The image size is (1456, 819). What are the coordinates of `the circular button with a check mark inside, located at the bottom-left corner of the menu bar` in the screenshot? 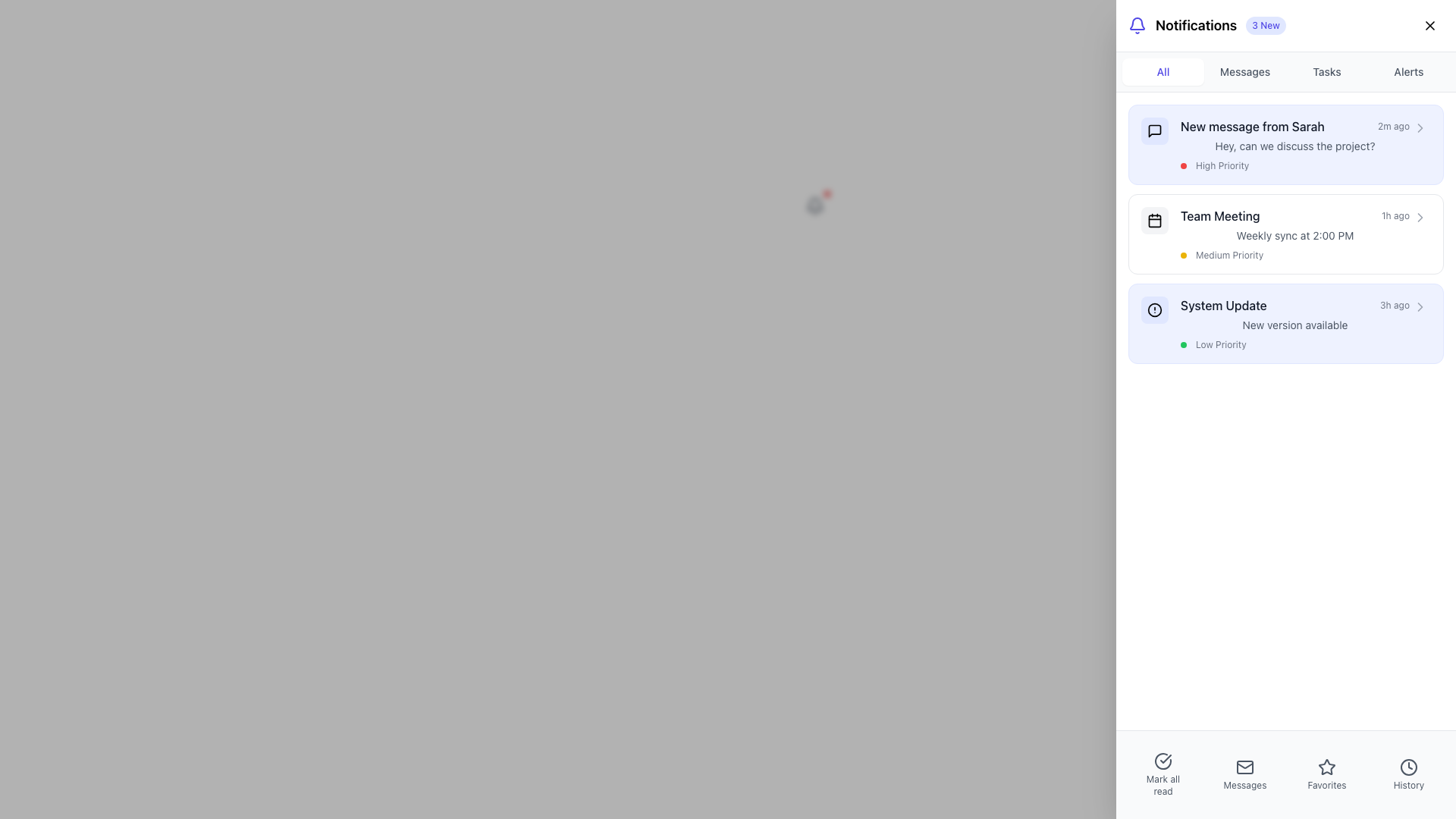 It's located at (1163, 761).